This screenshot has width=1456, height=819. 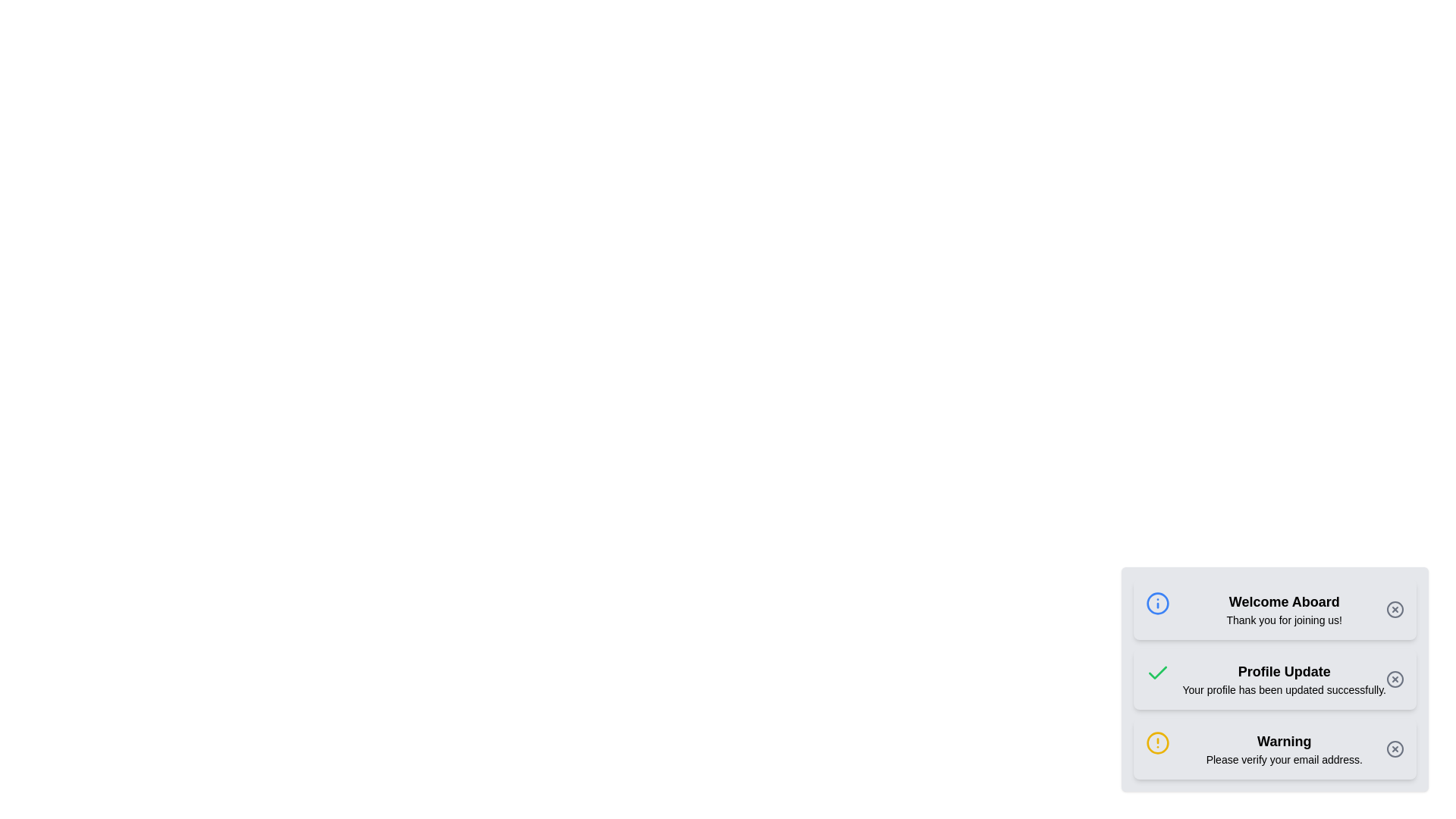 What do you see at coordinates (1283, 620) in the screenshot?
I see `the friendly and welcoming text label positioned directly below the 'Welcome Aboard' heading` at bounding box center [1283, 620].